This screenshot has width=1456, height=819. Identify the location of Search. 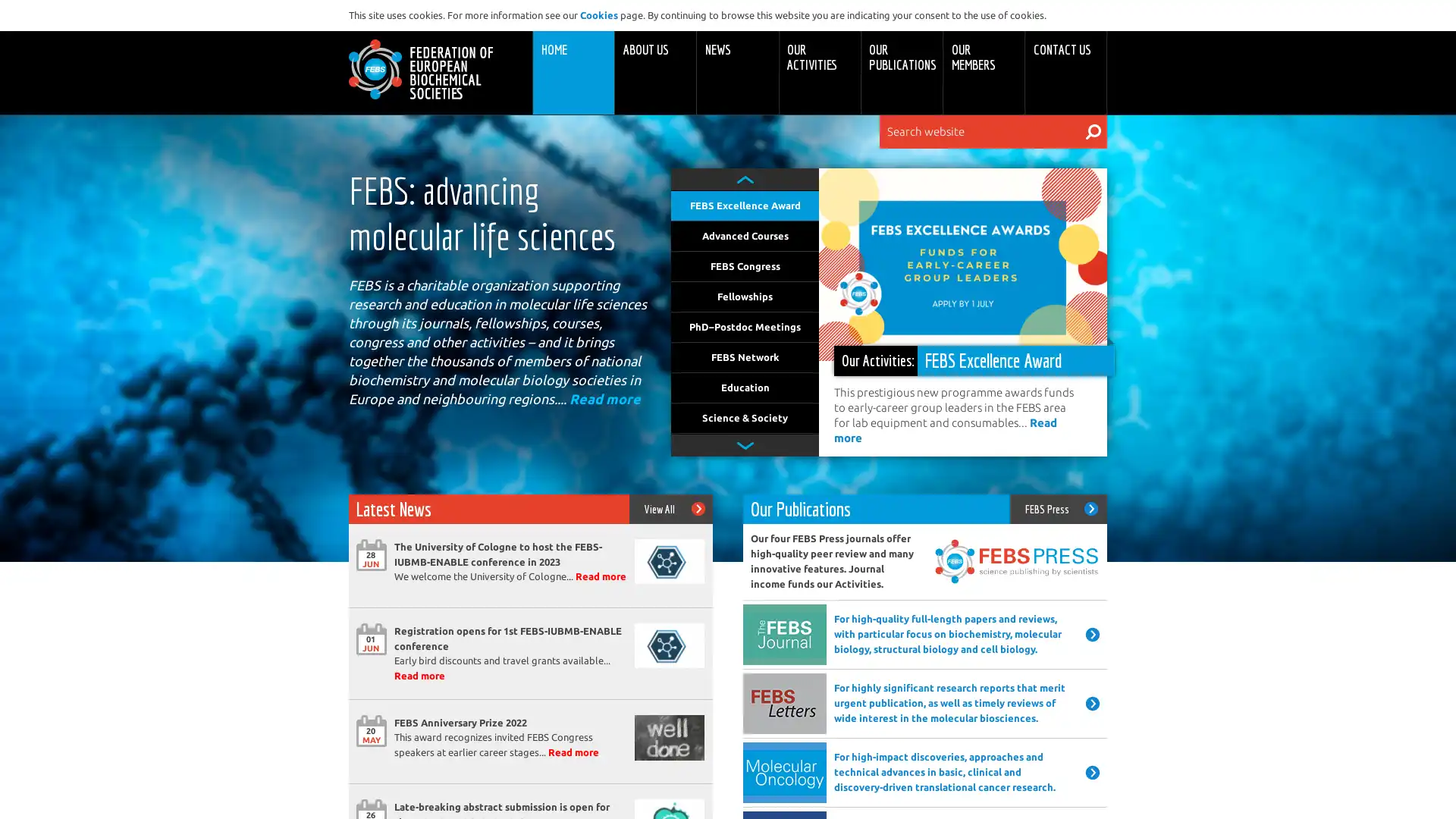
(1094, 130).